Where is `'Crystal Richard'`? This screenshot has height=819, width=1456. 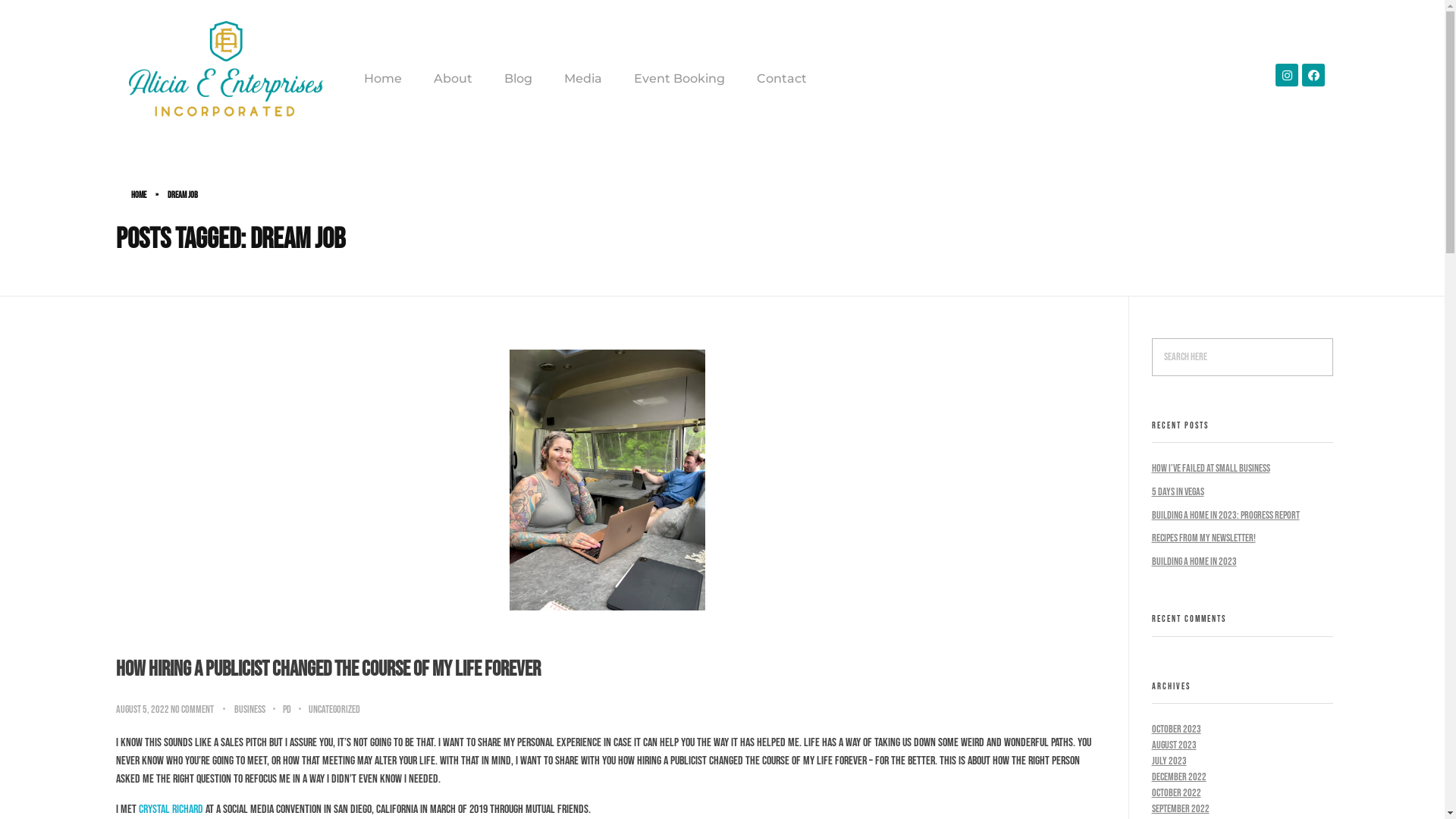
'Crystal Richard' is located at coordinates (138, 808).